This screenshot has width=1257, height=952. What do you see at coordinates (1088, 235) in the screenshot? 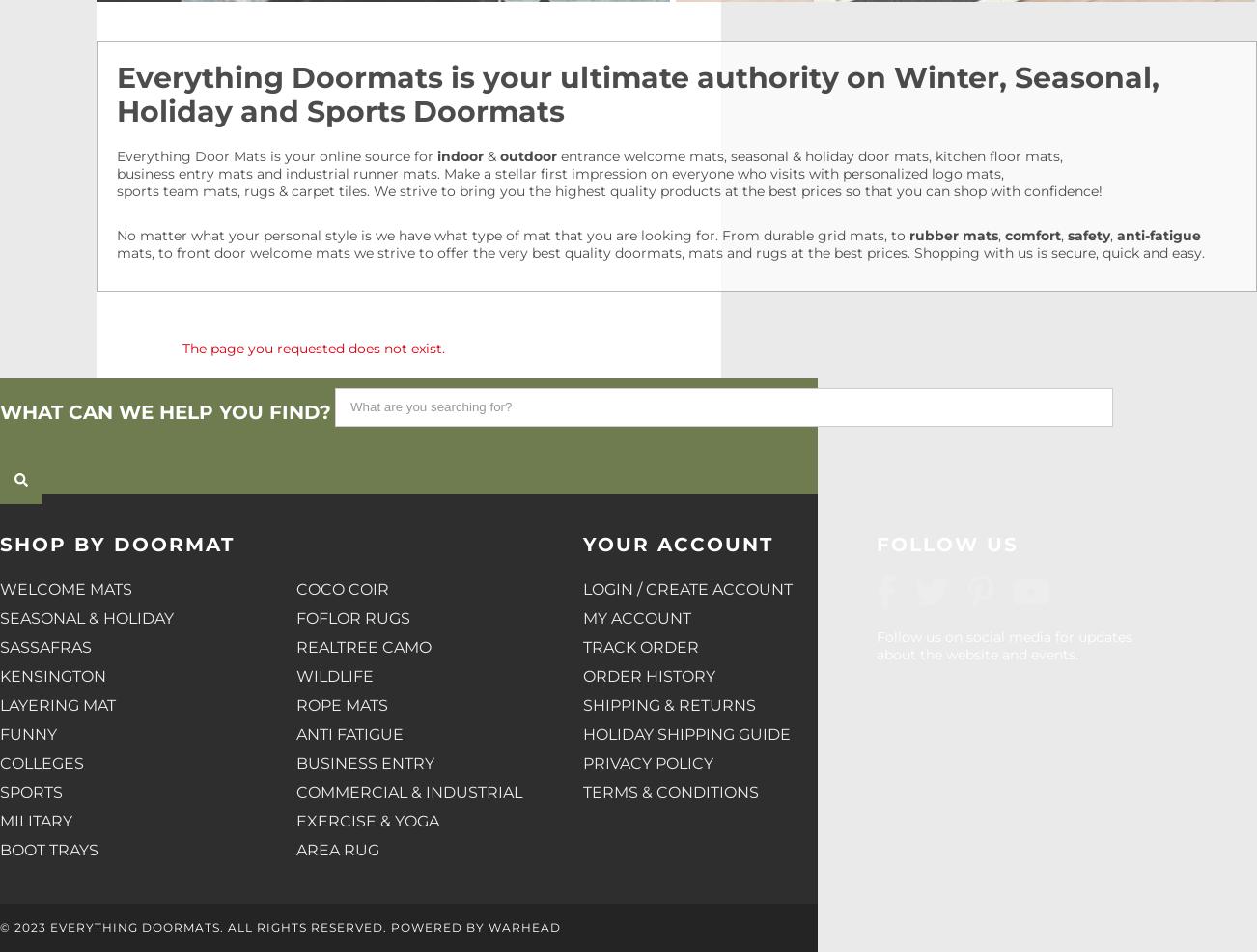
I see `'safety'` at bounding box center [1088, 235].